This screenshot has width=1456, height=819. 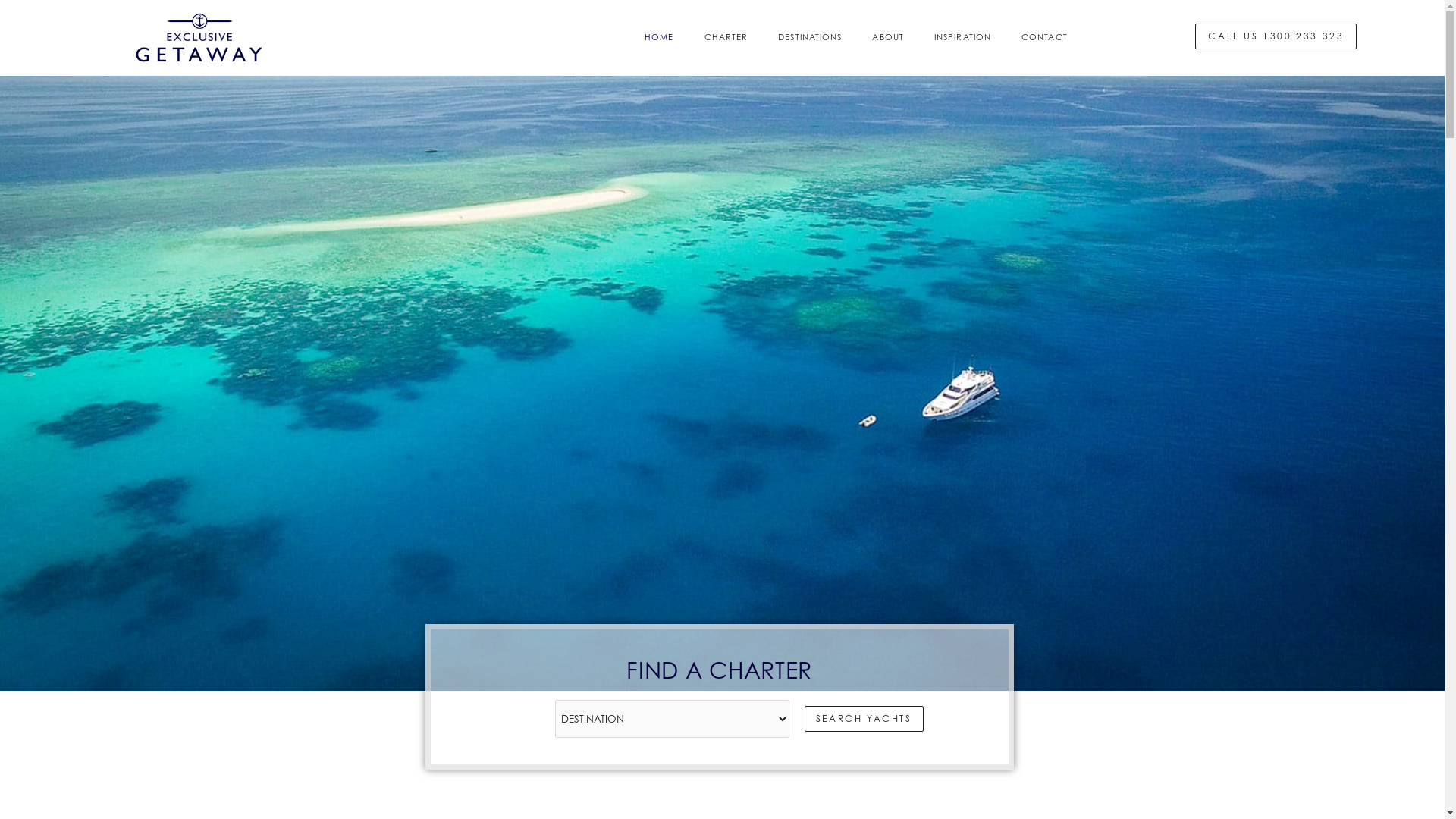 I want to click on 'CONTACT', so click(x=1006, y=62).